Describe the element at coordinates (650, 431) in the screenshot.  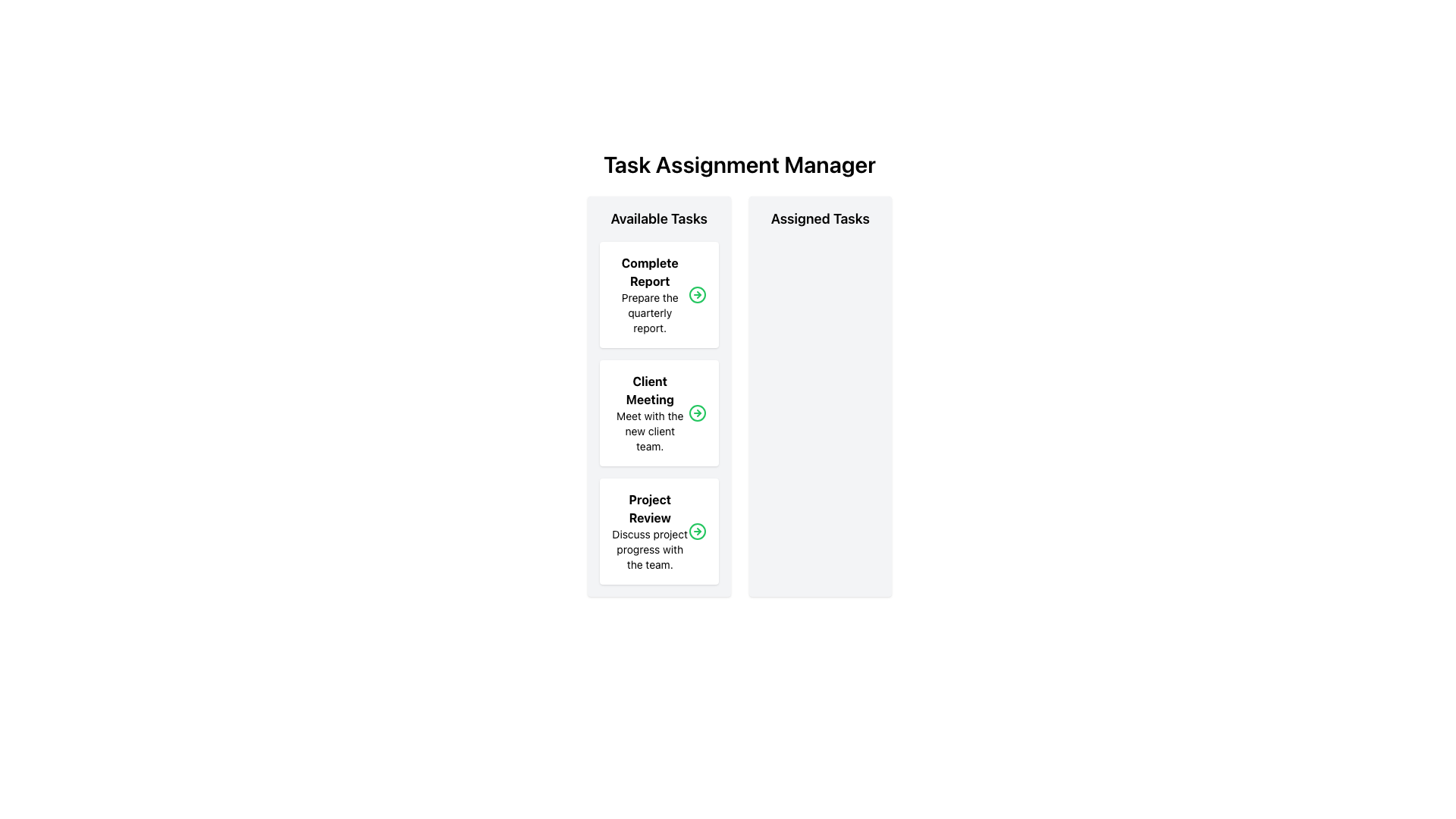
I see `the descriptive text element that provides information about the 'Client Meeting', located below the 'Client Meeting' header in the 'Available Tasks' column` at that location.